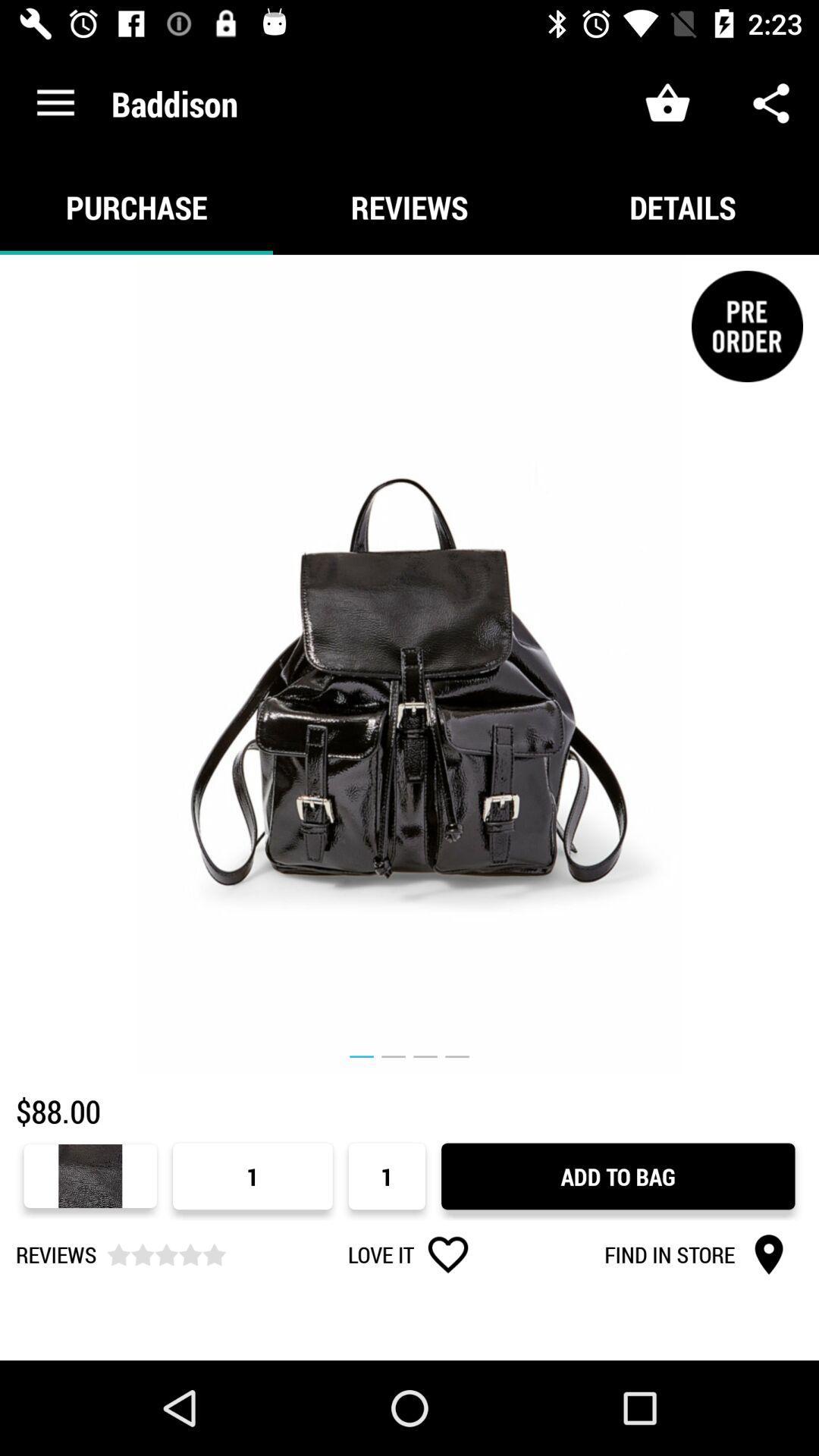  Describe the element at coordinates (409, 664) in the screenshot. I see `the icon above the $88.00 item` at that location.